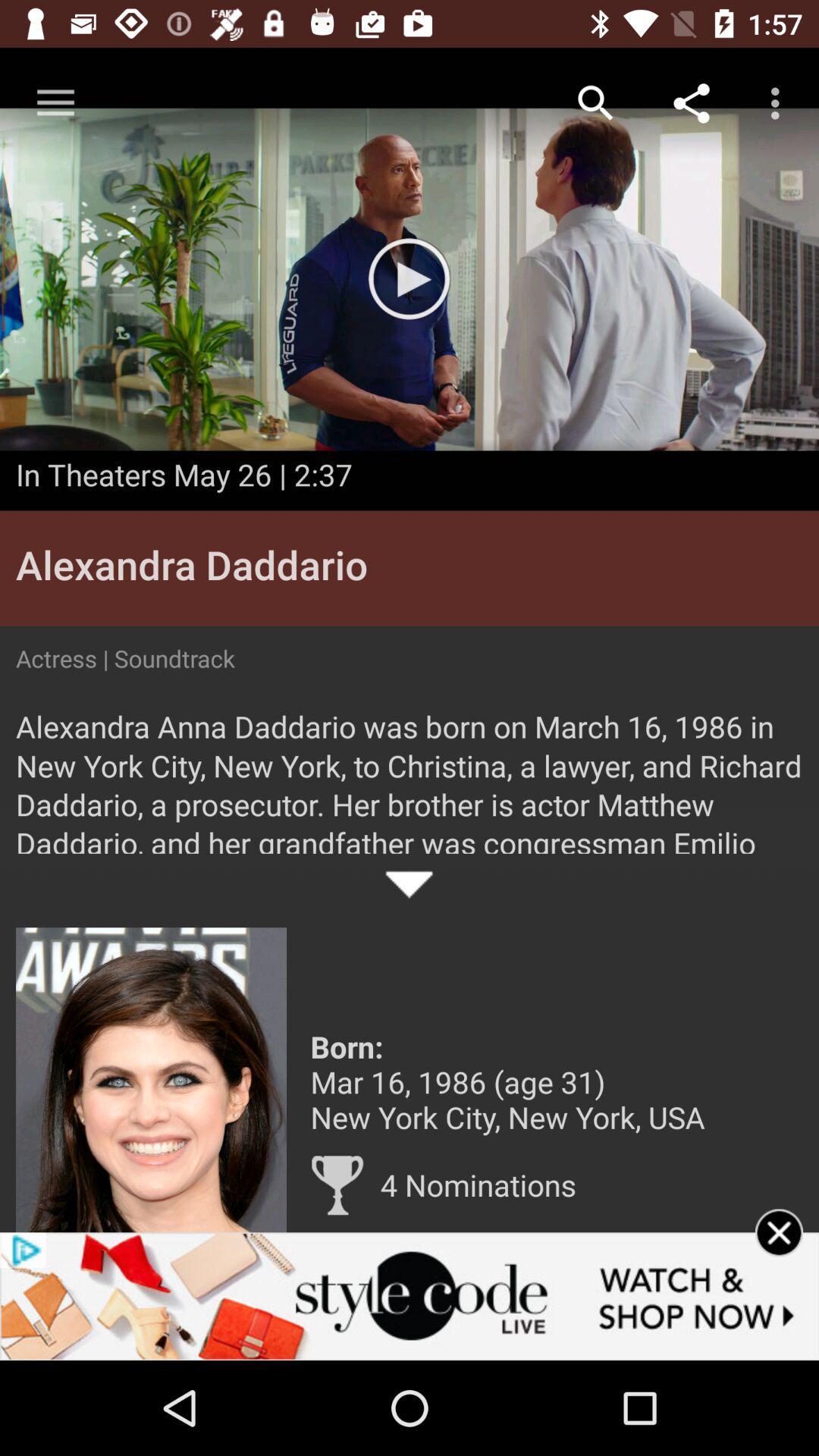  What do you see at coordinates (151, 1079) in the screenshot?
I see `get more information` at bounding box center [151, 1079].